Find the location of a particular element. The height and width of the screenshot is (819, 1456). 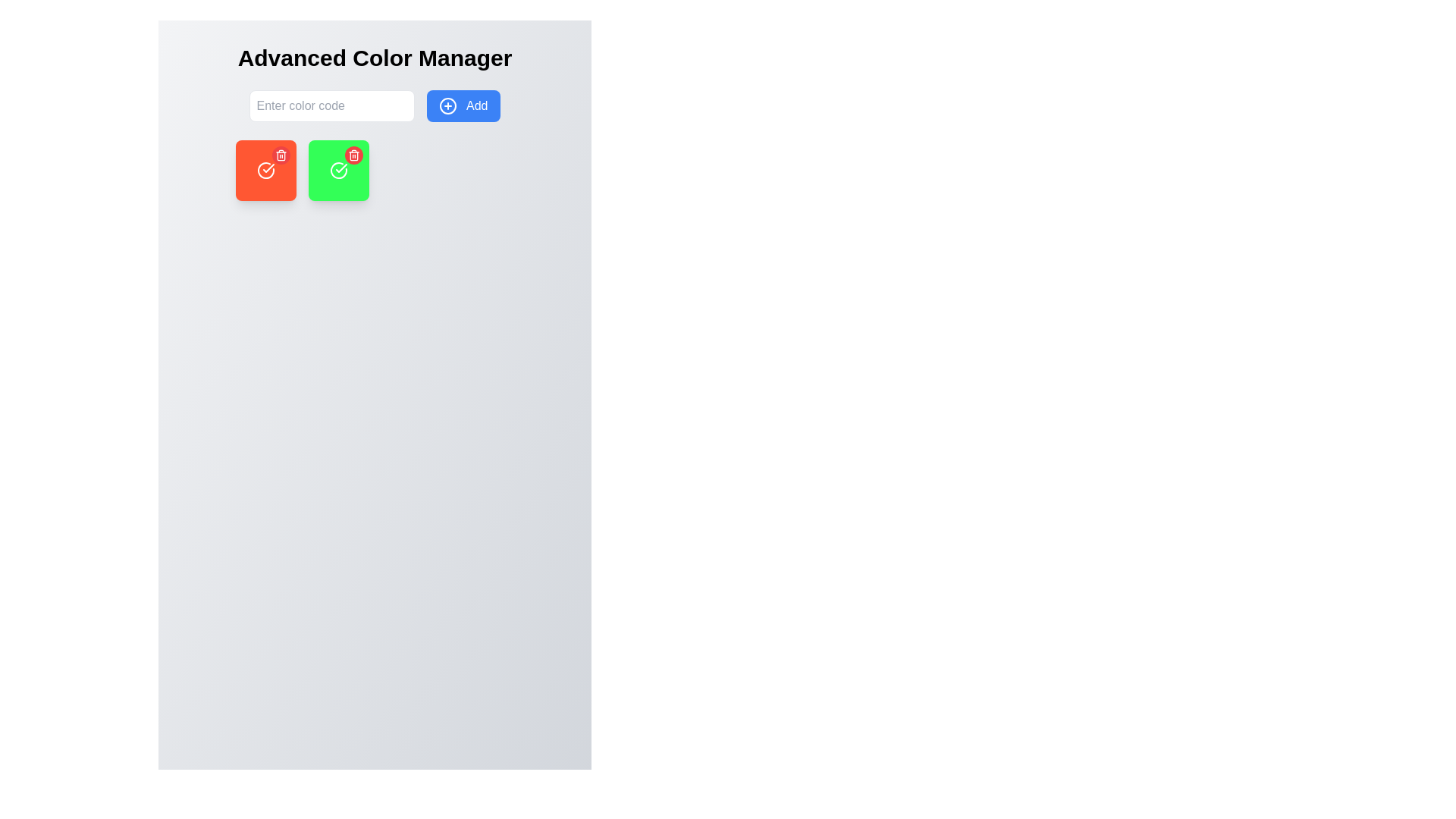

the success confirmation checkmark icon located centrally within the green square card in the Advanced Color Manager interface is located at coordinates (337, 170).